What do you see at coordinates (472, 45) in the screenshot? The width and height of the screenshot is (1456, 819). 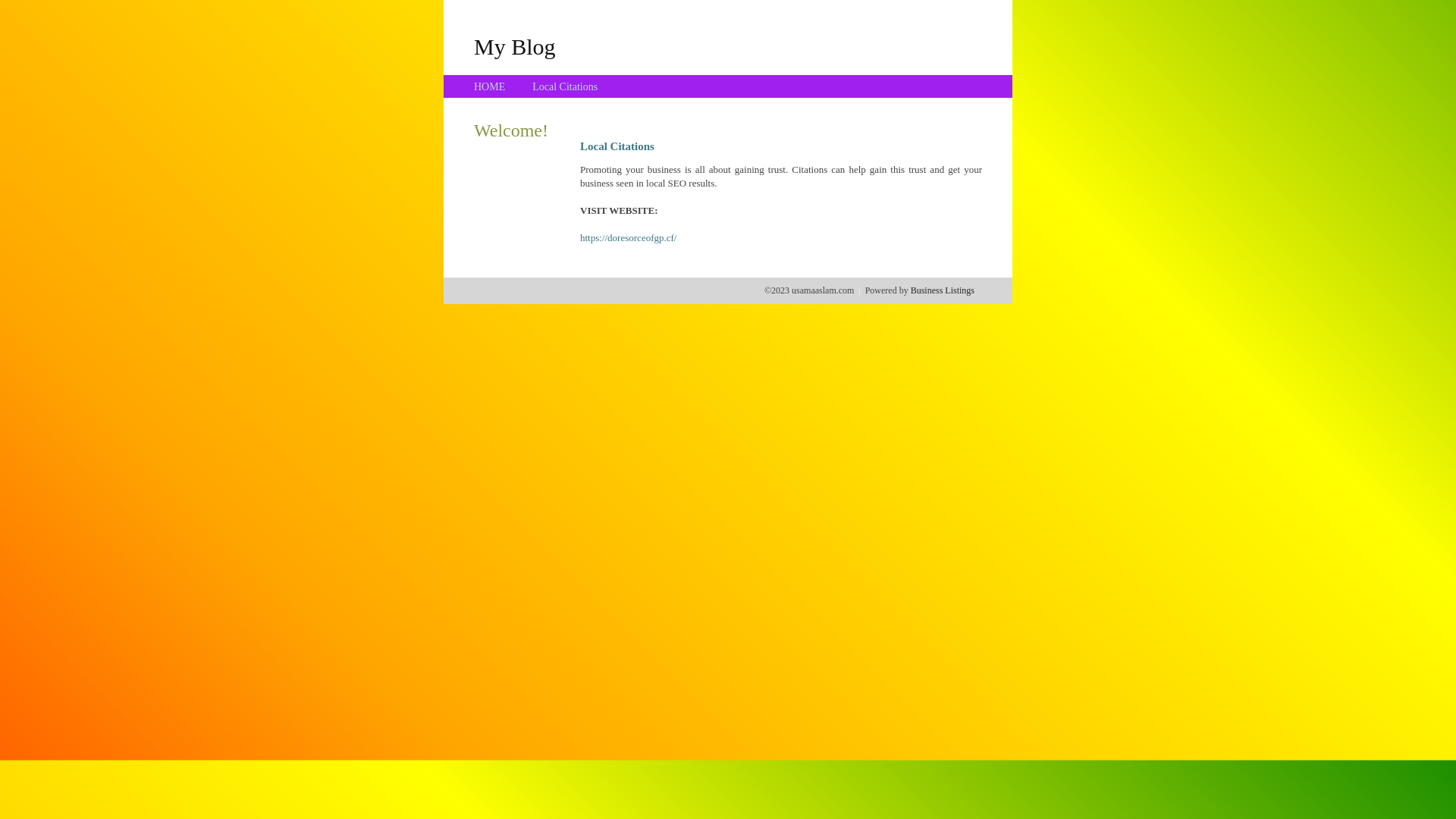 I see `'My Blog'` at bounding box center [472, 45].